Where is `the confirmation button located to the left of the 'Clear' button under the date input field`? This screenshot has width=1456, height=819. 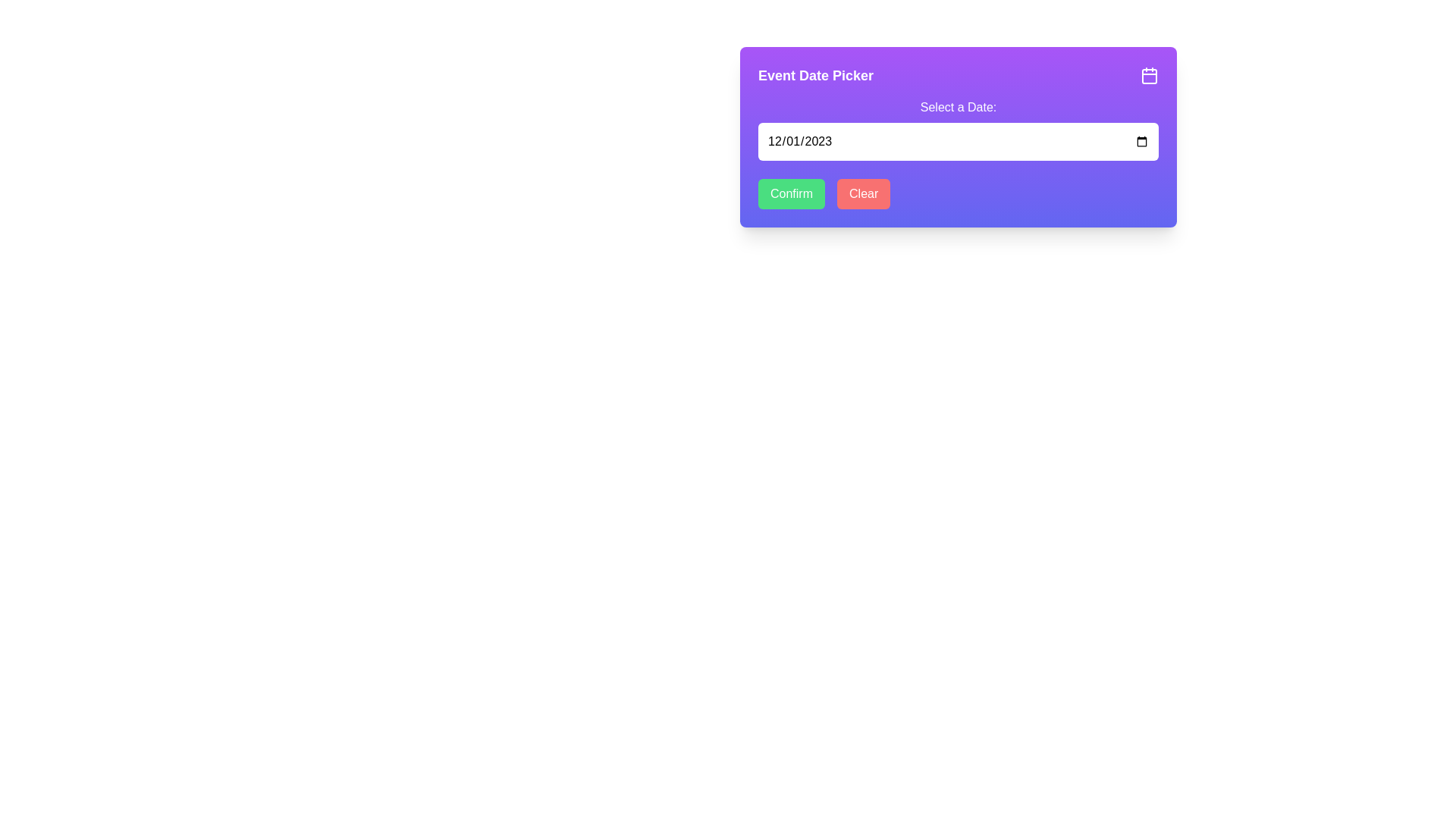 the confirmation button located to the left of the 'Clear' button under the date input field is located at coordinates (791, 193).